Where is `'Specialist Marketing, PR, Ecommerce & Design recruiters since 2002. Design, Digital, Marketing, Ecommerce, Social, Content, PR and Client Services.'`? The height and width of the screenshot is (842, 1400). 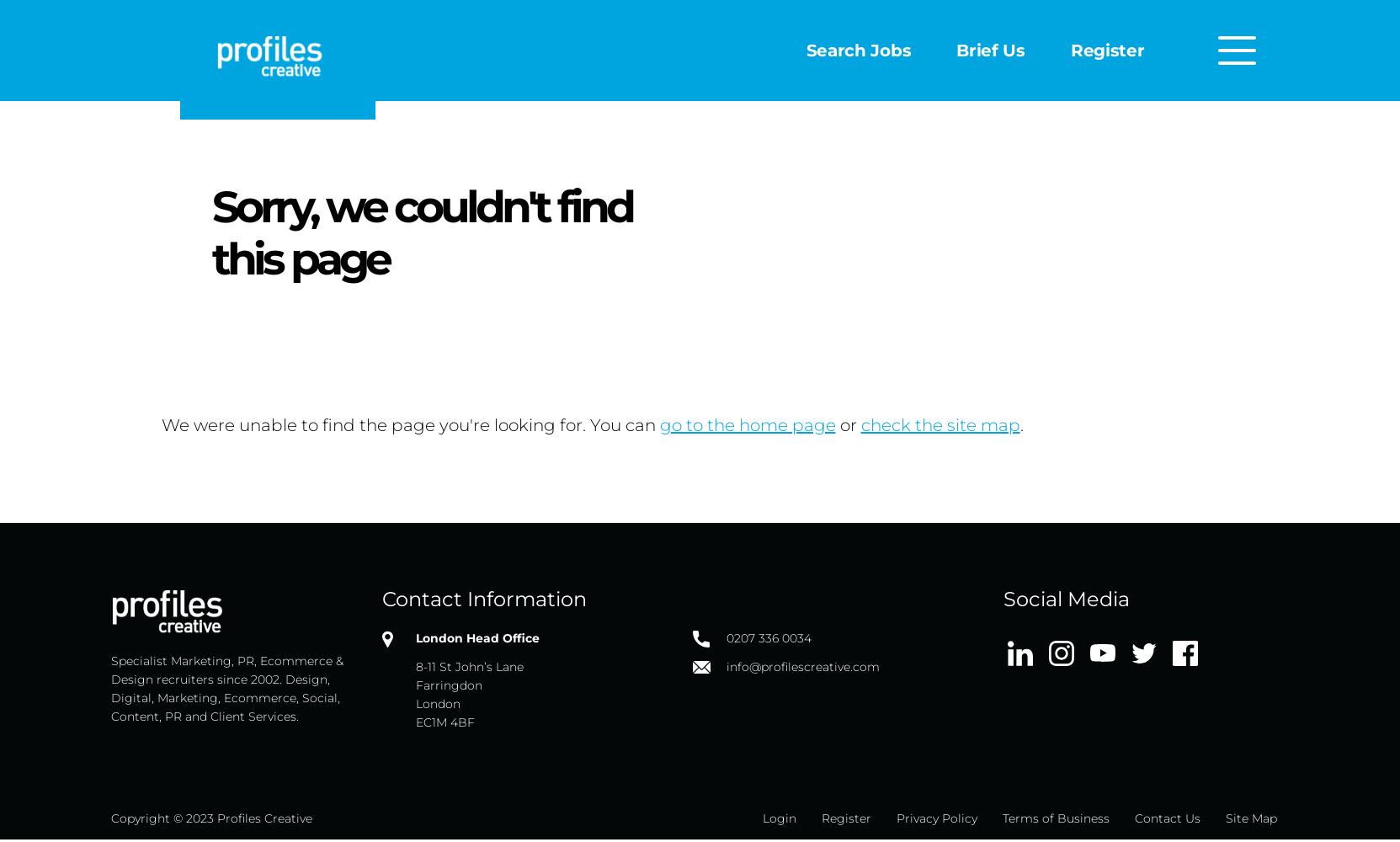
'Specialist Marketing, PR, Ecommerce & Design recruiters since 2002. Design, Digital, Marketing, Ecommerce, Social, Content, PR and Client Services.' is located at coordinates (226, 688).